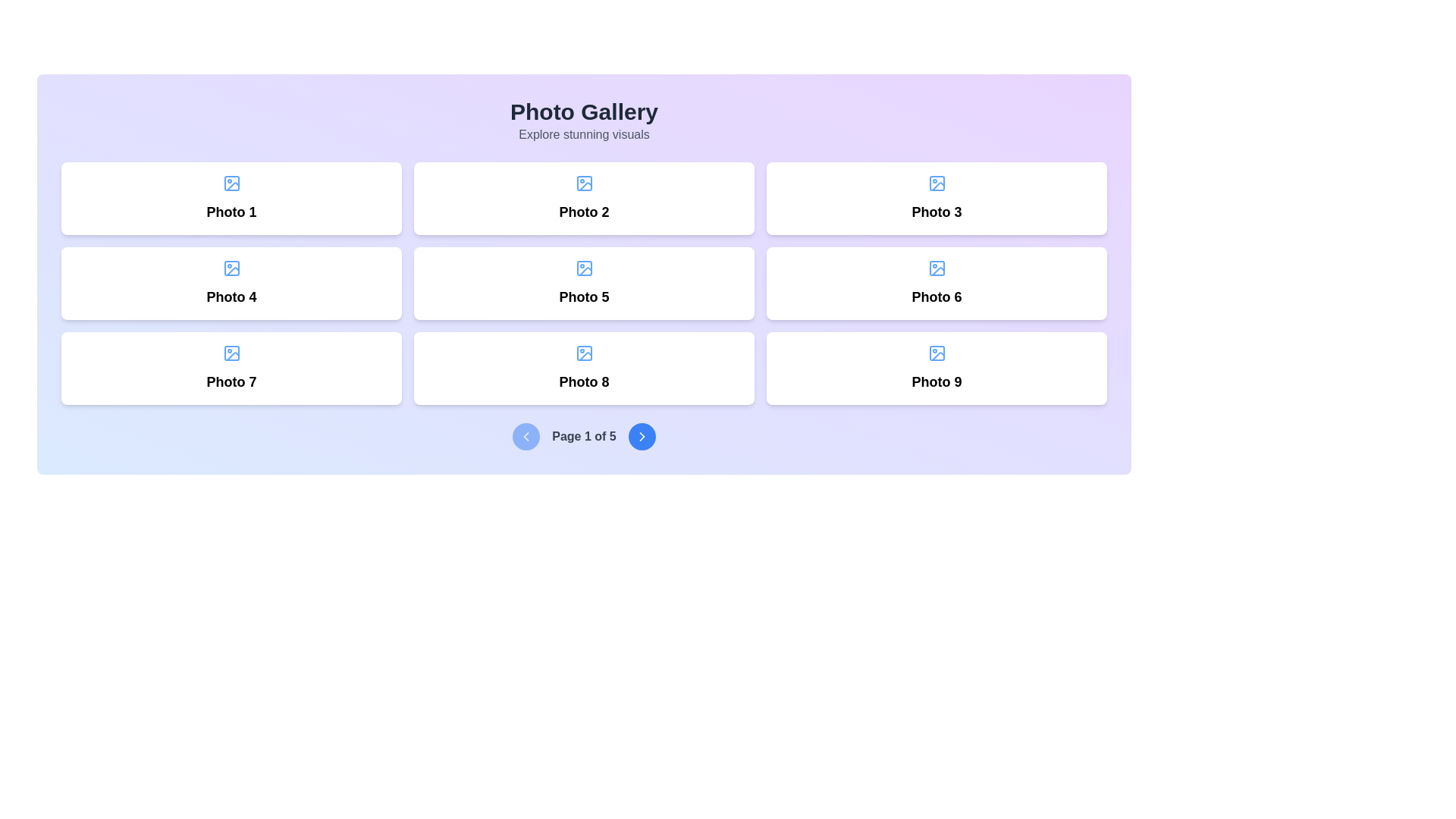 The height and width of the screenshot is (819, 1456). I want to click on the blue-outlined rectangle with rounded corners that represents a placeholder image, located in the bottom-right corner of the content labeled 'Photo 9' in the third row and third column of the grid, so click(936, 353).